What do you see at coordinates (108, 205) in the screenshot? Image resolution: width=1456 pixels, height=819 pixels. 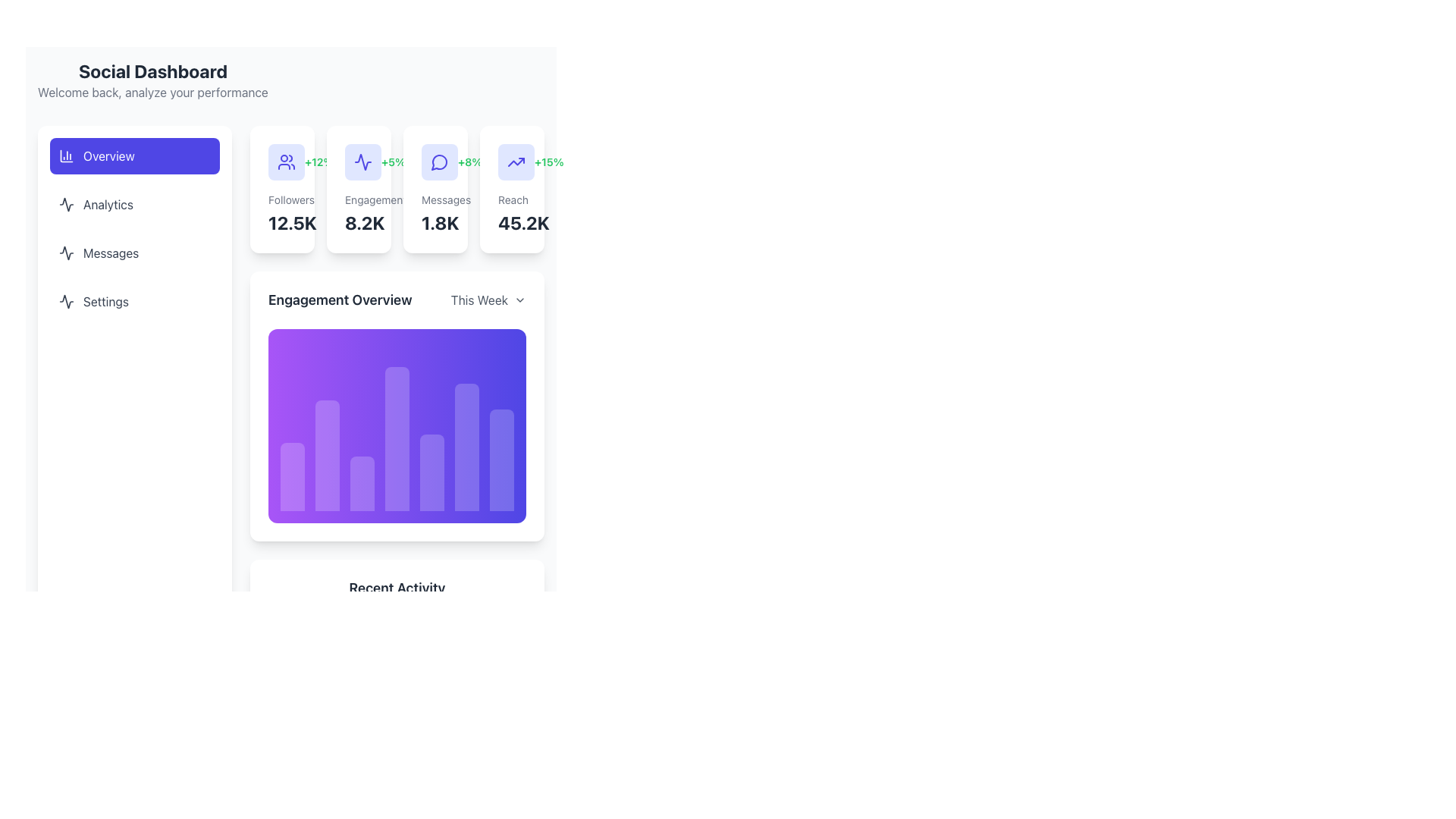 I see `the 'Analytics' text label in the left navigation menu` at bounding box center [108, 205].